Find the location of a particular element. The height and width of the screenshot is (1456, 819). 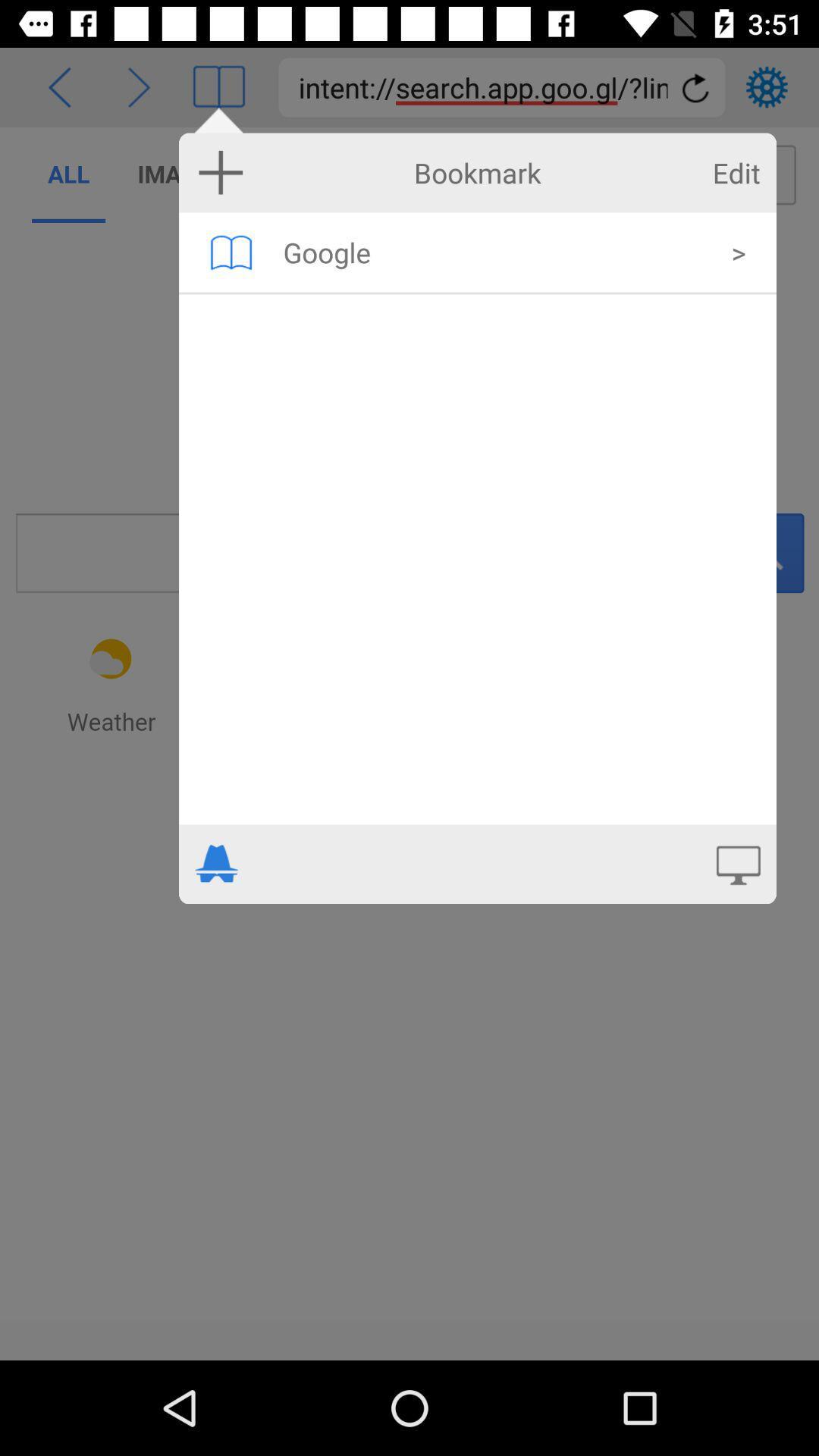

private browsing is located at coordinates (217, 864).